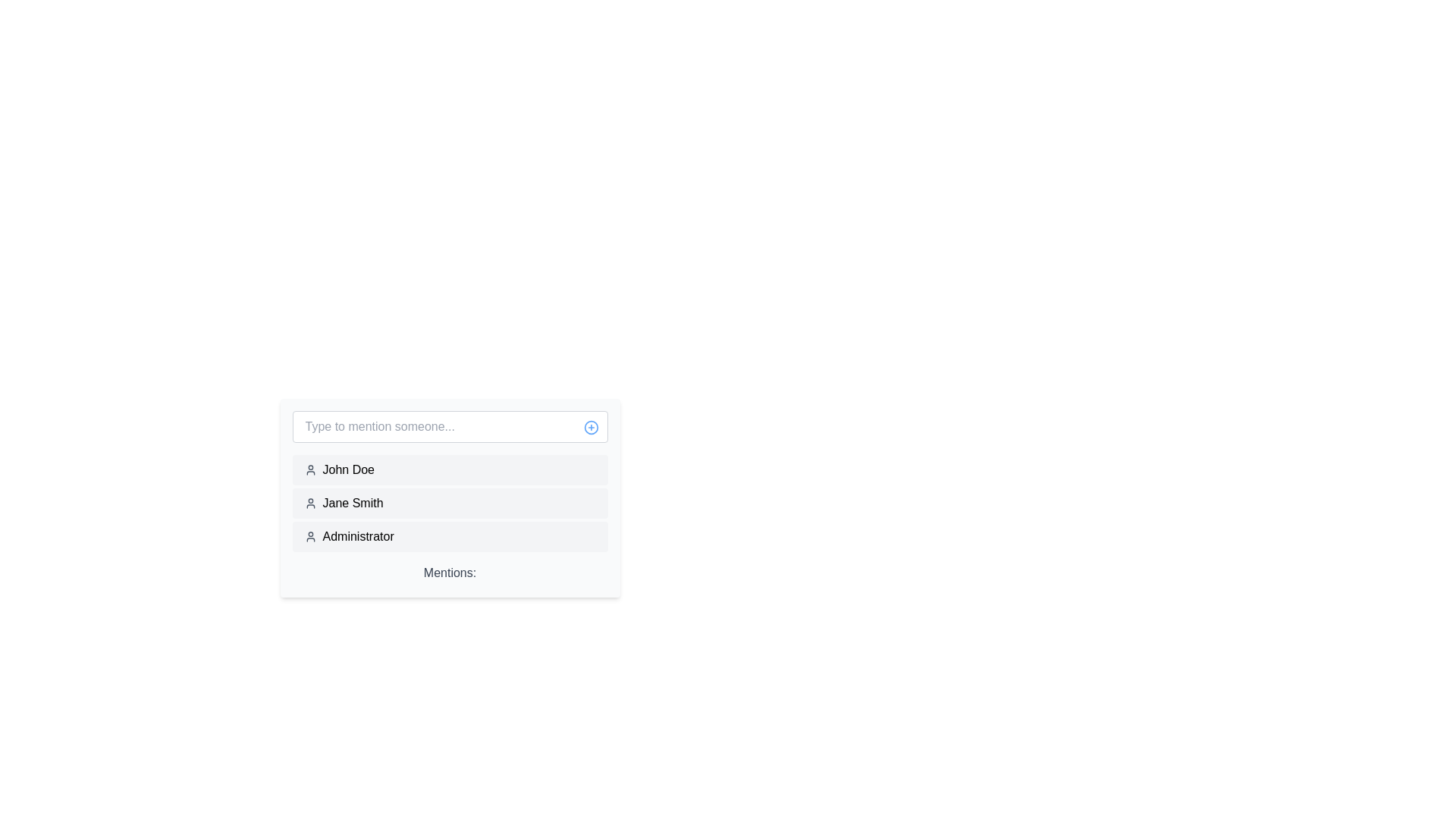 The height and width of the screenshot is (819, 1456). Describe the element at coordinates (590, 427) in the screenshot. I see `the interactive button for adding new entities located at the top-right corner of the input area` at that location.